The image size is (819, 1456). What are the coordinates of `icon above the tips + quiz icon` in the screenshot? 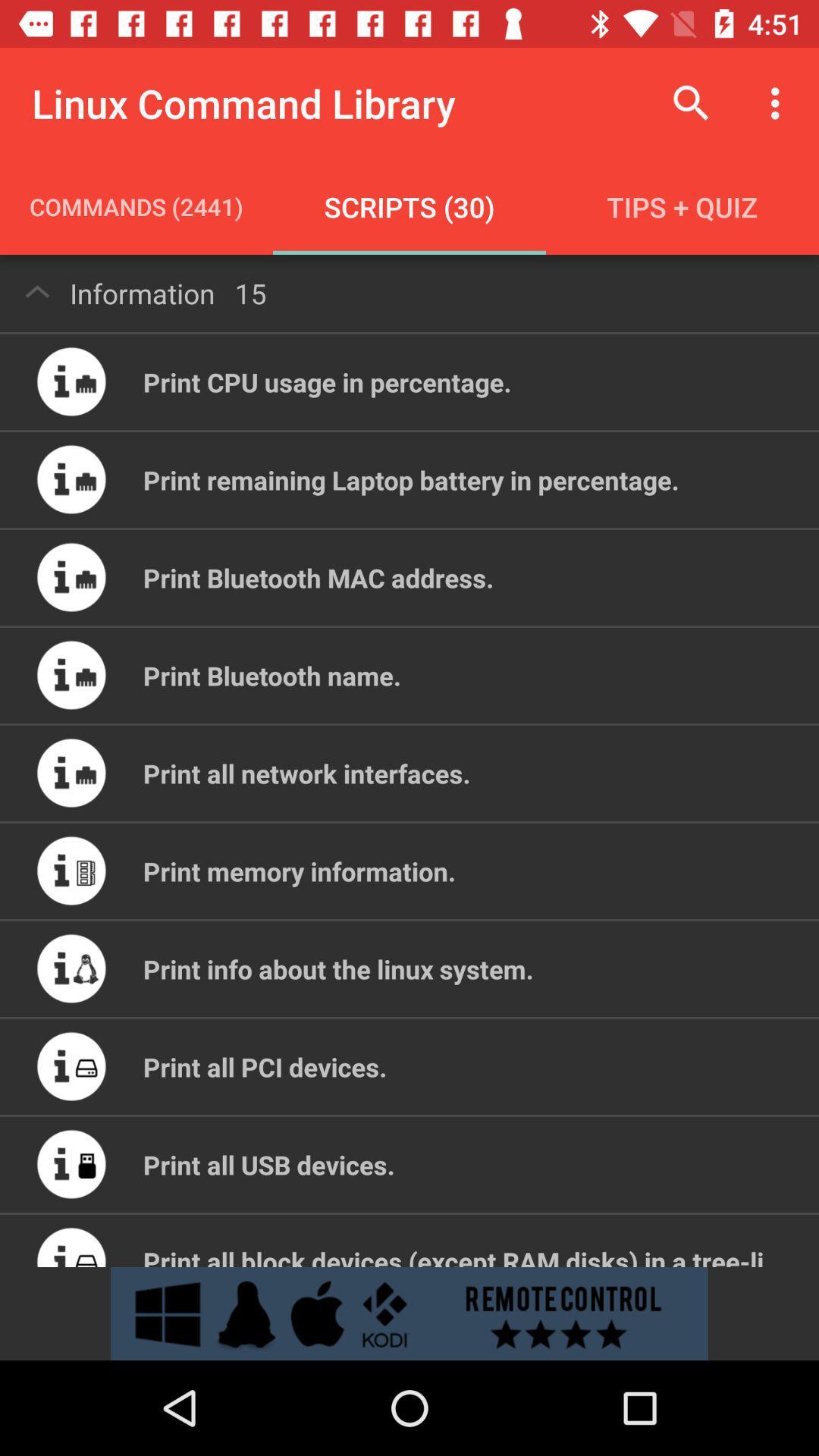 It's located at (691, 102).